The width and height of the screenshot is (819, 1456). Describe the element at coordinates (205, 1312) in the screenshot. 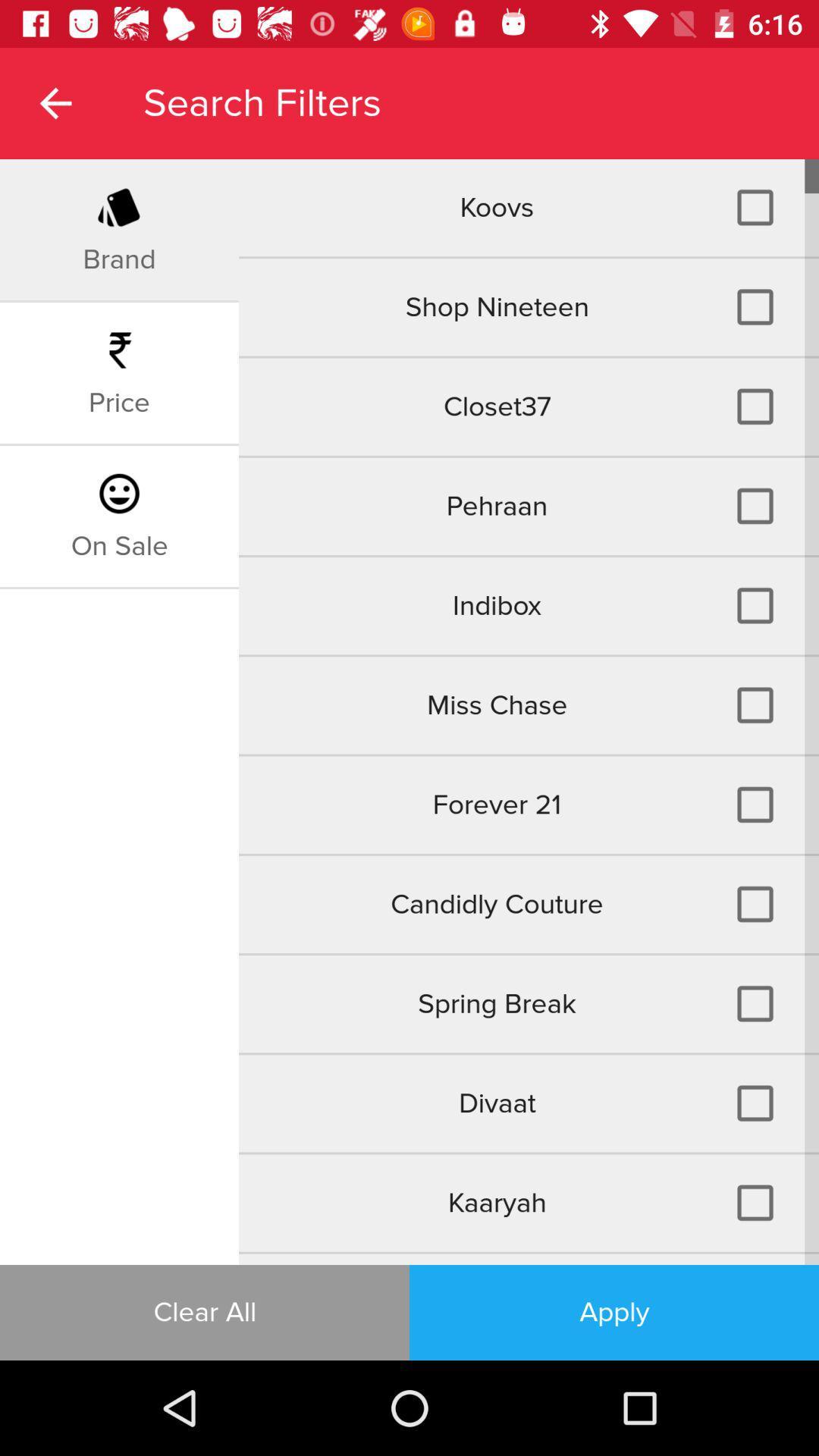

I see `clear all` at that location.